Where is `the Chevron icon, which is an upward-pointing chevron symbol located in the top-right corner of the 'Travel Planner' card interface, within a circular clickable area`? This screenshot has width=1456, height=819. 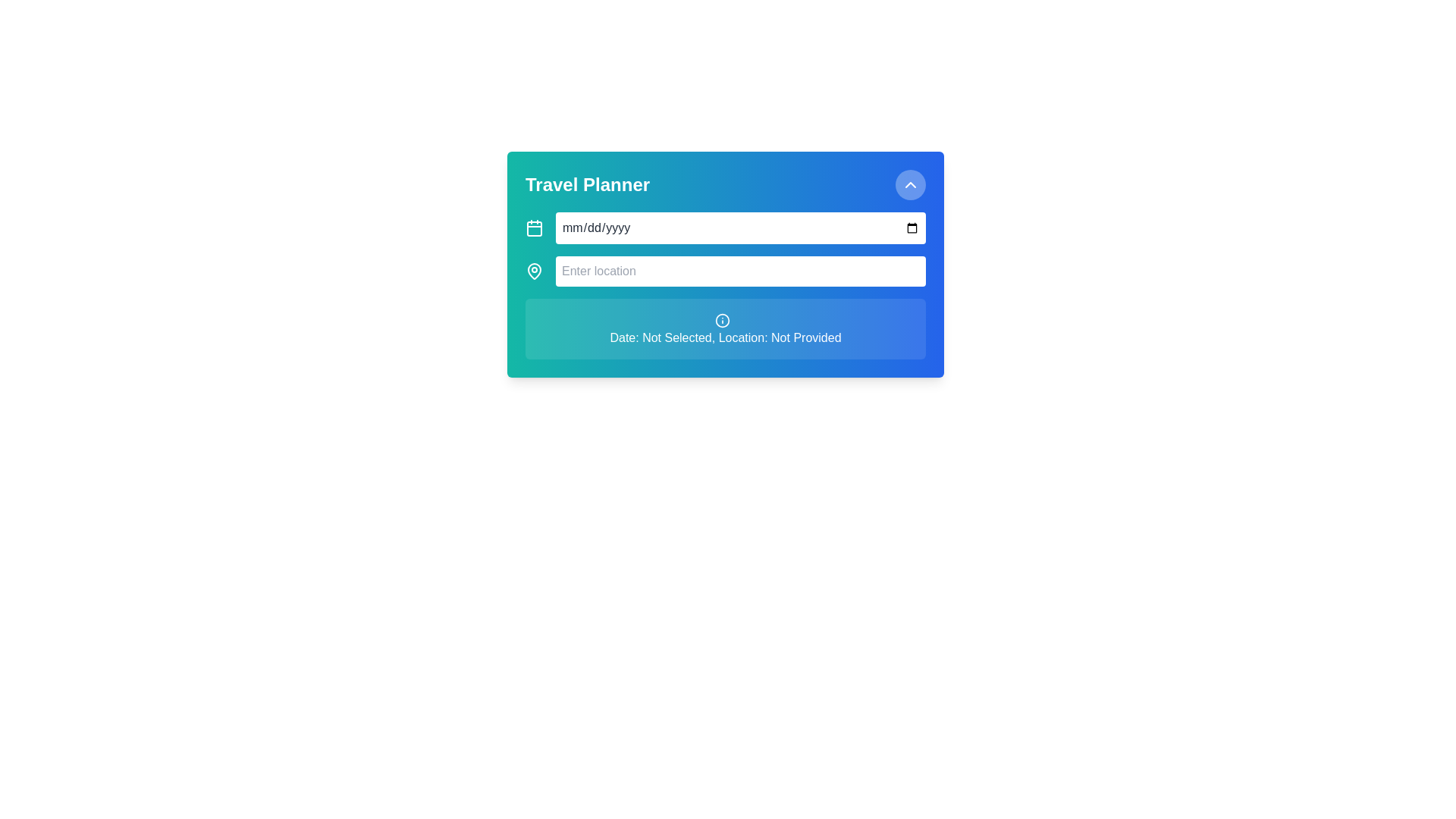 the Chevron icon, which is an upward-pointing chevron symbol located in the top-right corner of the 'Travel Planner' card interface, within a circular clickable area is located at coordinates (910, 184).